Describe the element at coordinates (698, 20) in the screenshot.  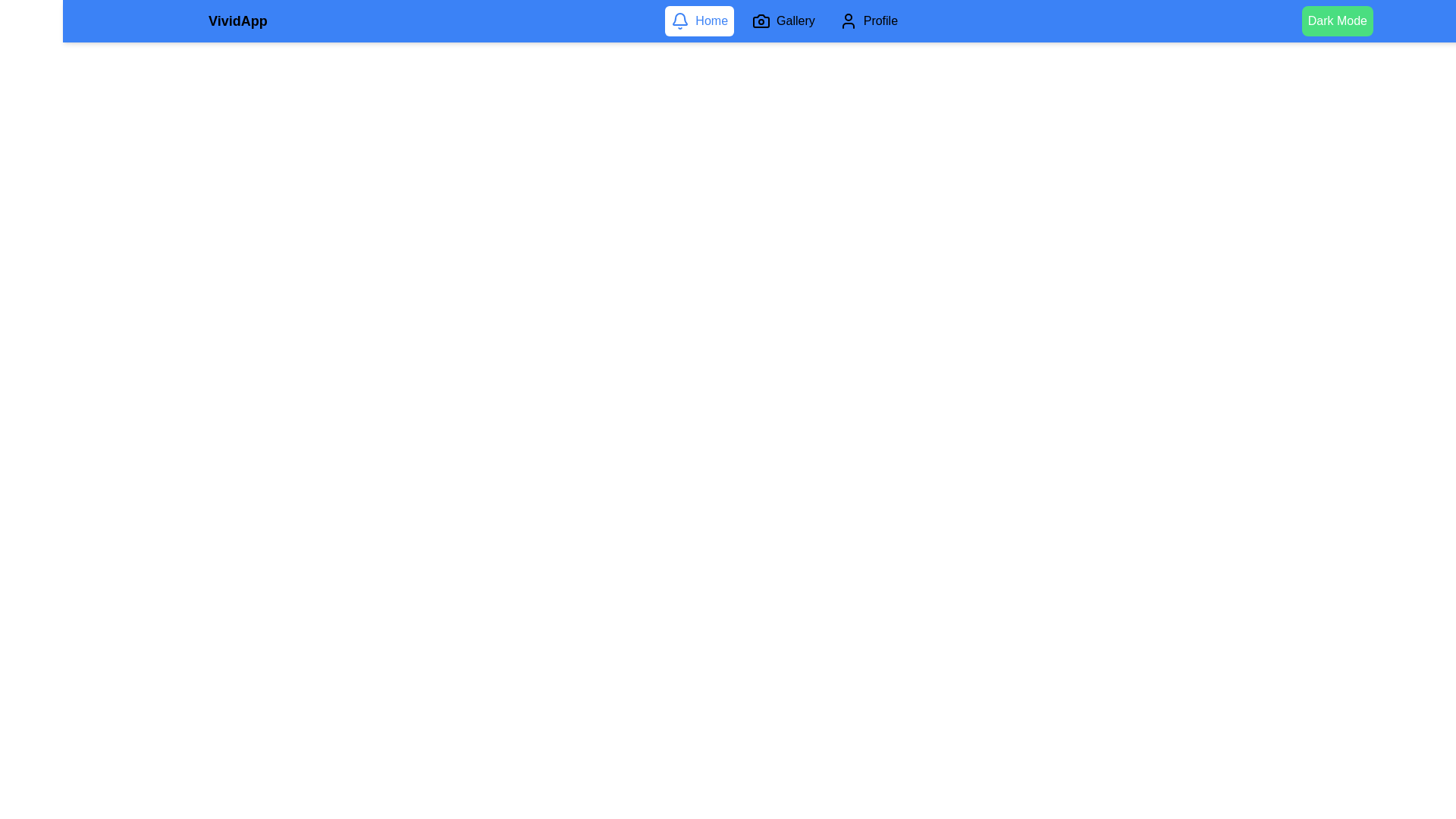
I see `the Home tab to navigate` at that location.